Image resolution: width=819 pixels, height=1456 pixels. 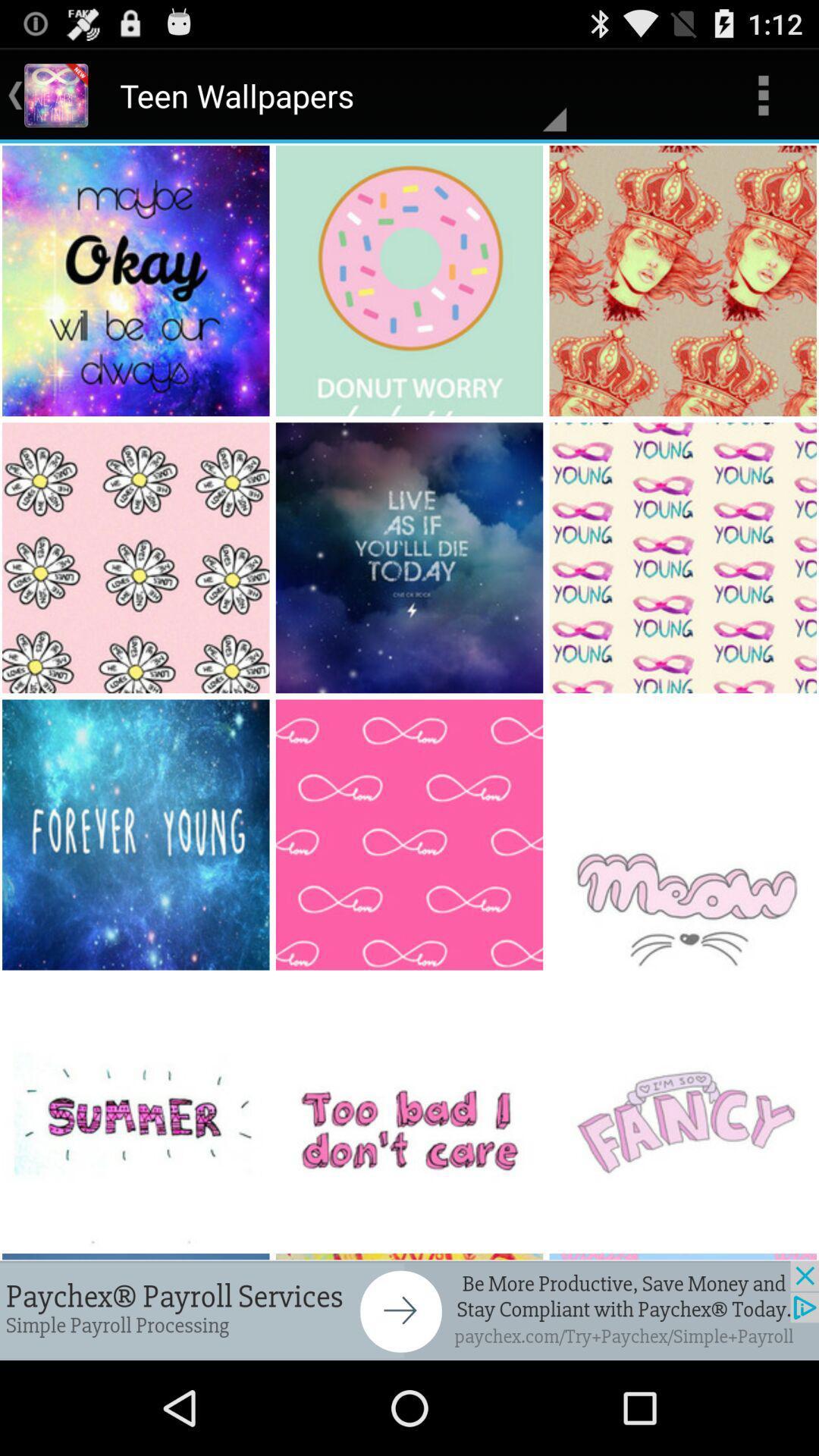 I want to click on the image which says summer, so click(x=137, y=1112).